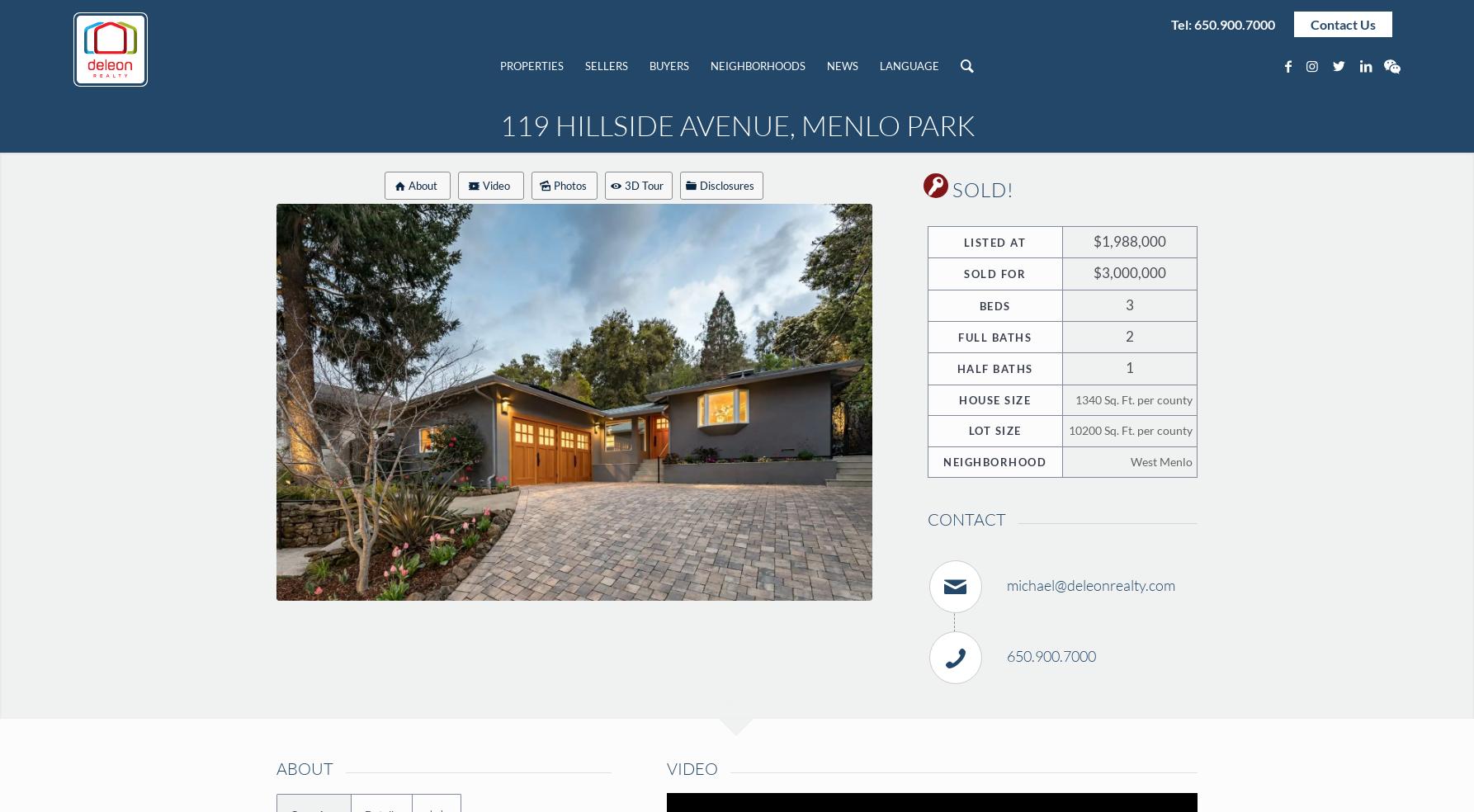  I want to click on 'Lot Size', so click(994, 430).